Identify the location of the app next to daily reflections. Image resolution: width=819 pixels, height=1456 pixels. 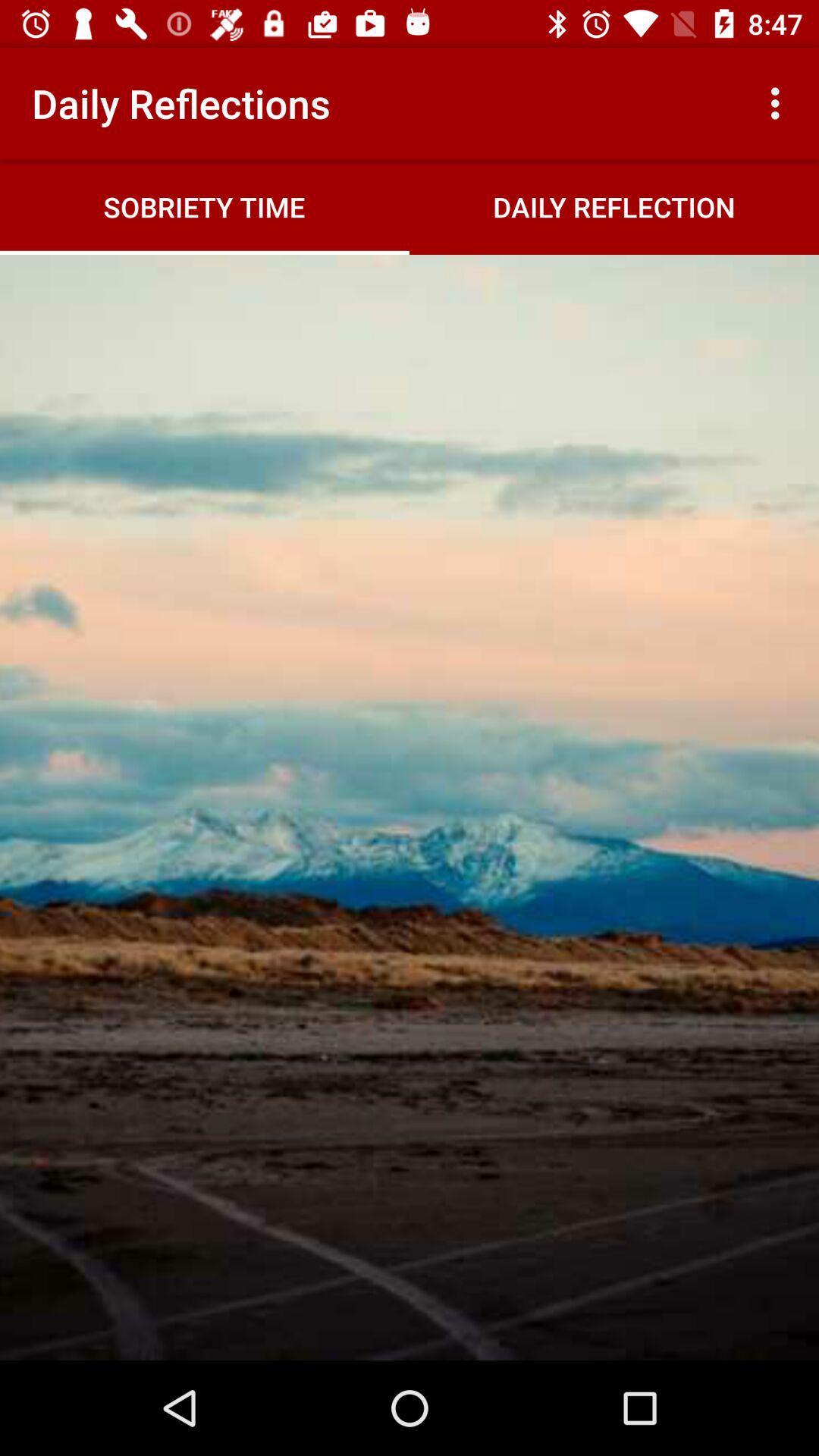
(779, 102).